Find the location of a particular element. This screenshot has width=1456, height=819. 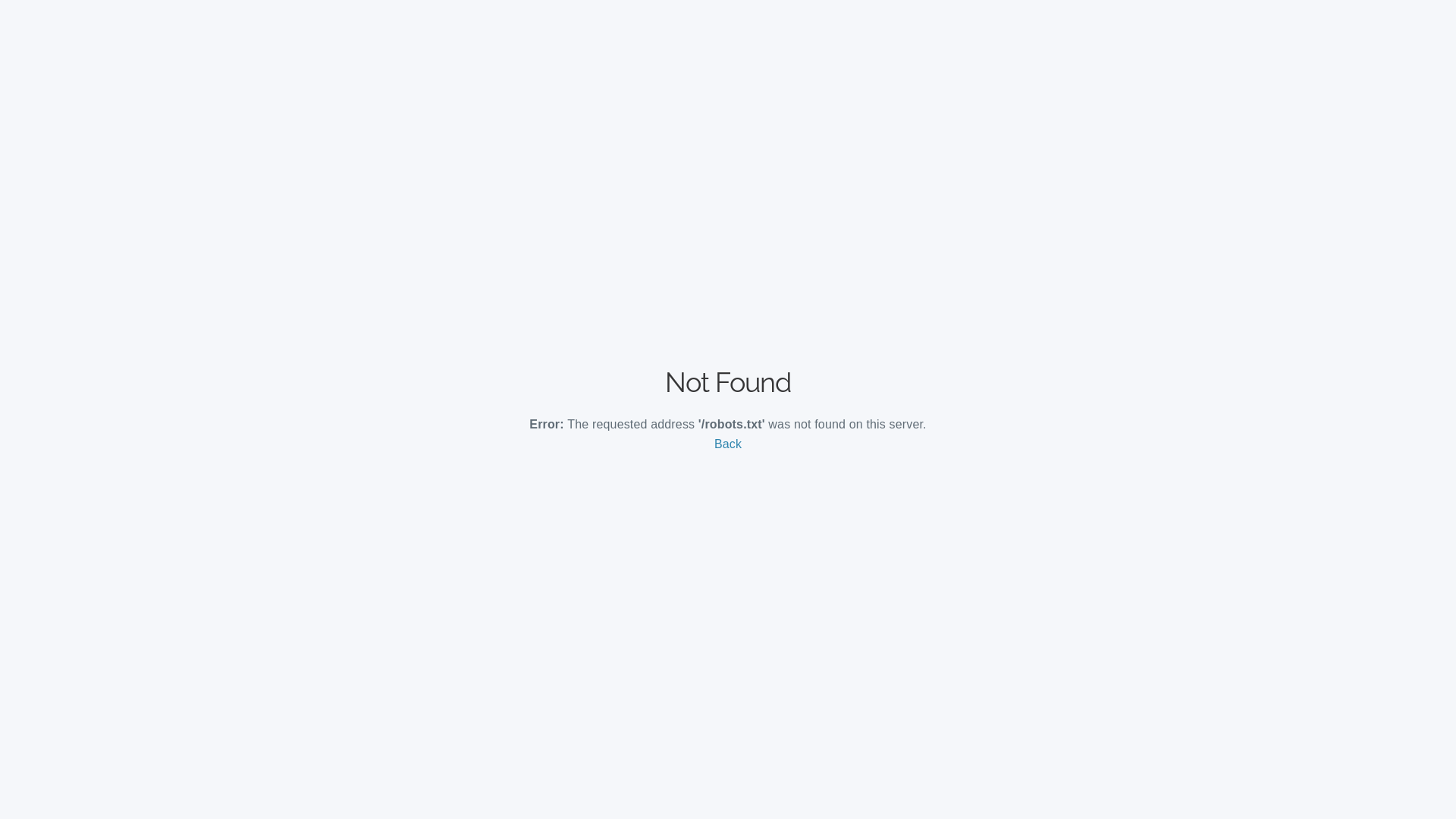

'Back' is located at coordinates (728, 444).